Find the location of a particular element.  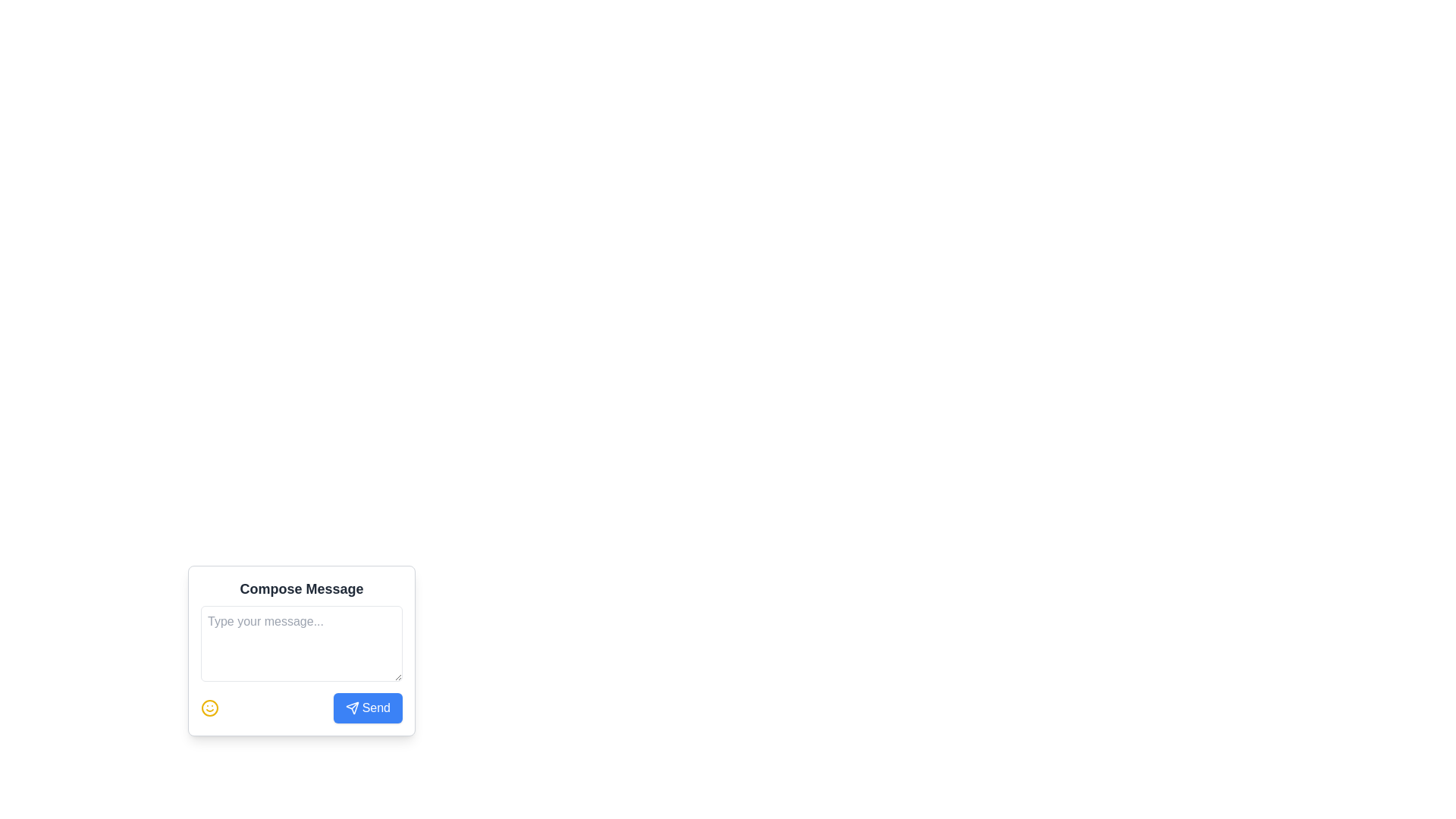

the 'Send' button located in the bottom-right area of the chat box interface, which features a paper plane icon suggesting the action of sending a message is located at coordinates (351, 708).